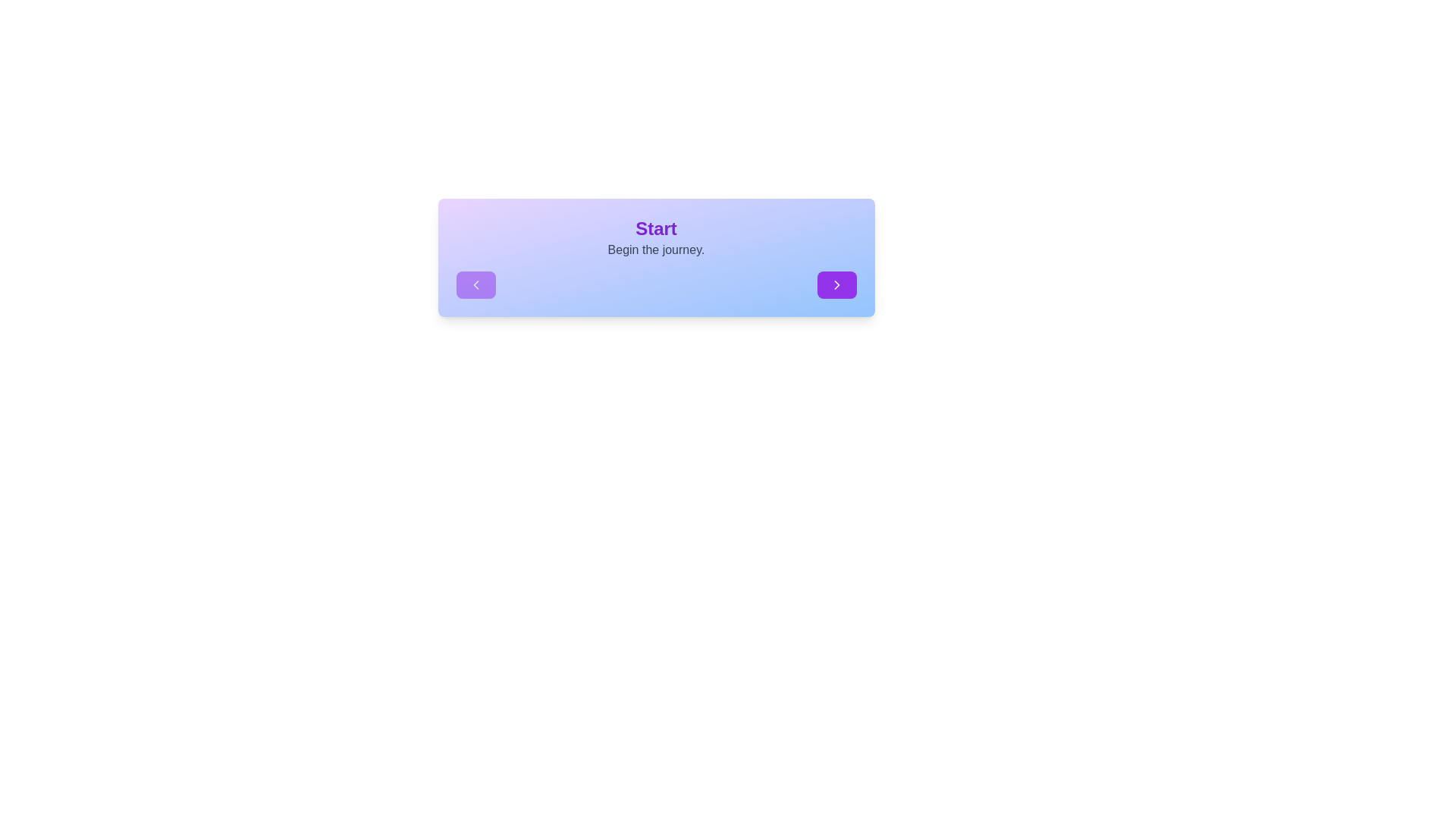 The width and height of the screenshot is (1456, 819). What do you see at coordinates (836, 284) in the screenshot?
I see `the navigation button to move to the next step` at bounding box center [836, 284].